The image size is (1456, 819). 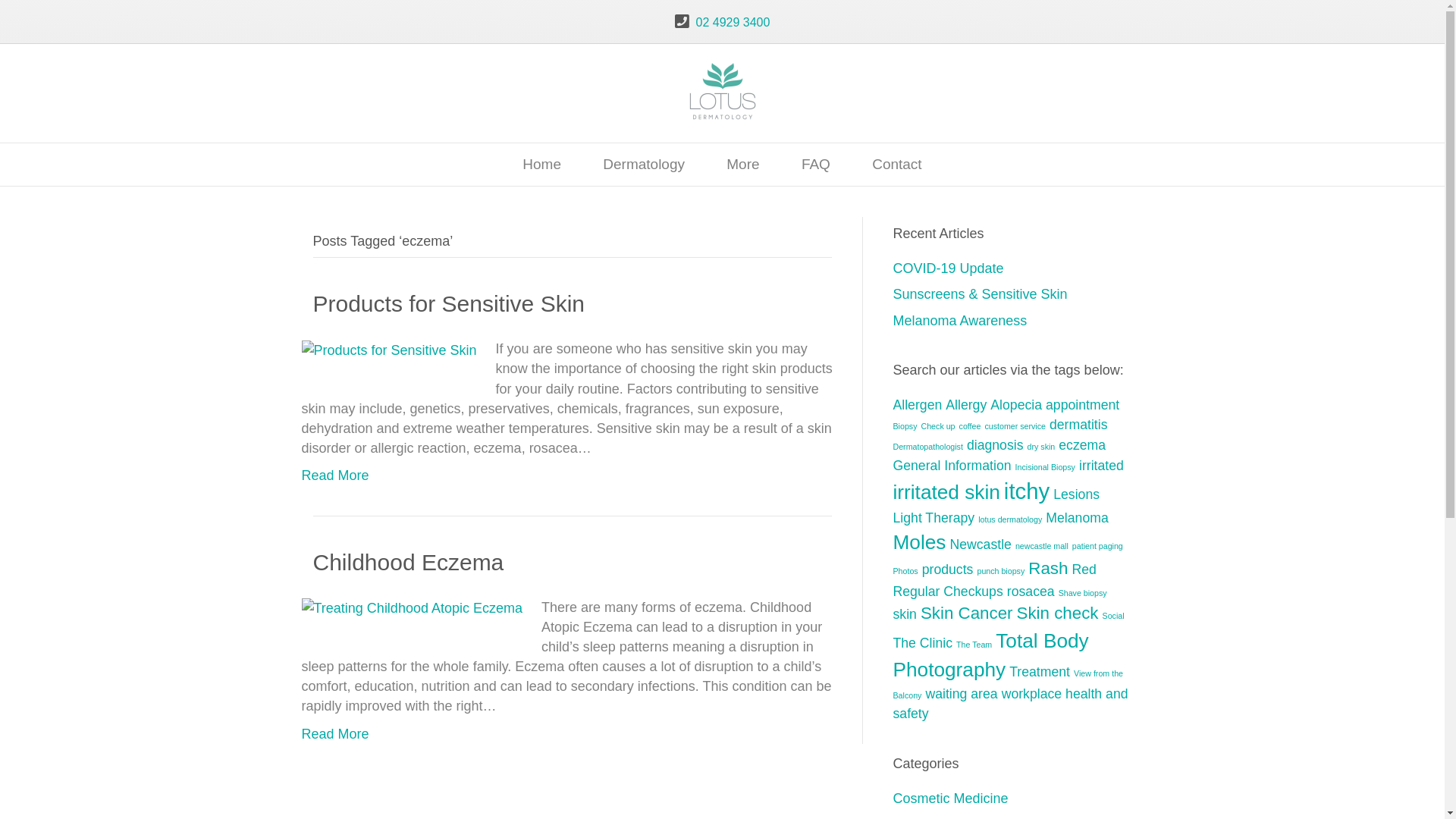 What do you see at coordinates (1058, 592) in the screenshot?
I see `'Shave biopsy'` at bounding box center [1058, 592].